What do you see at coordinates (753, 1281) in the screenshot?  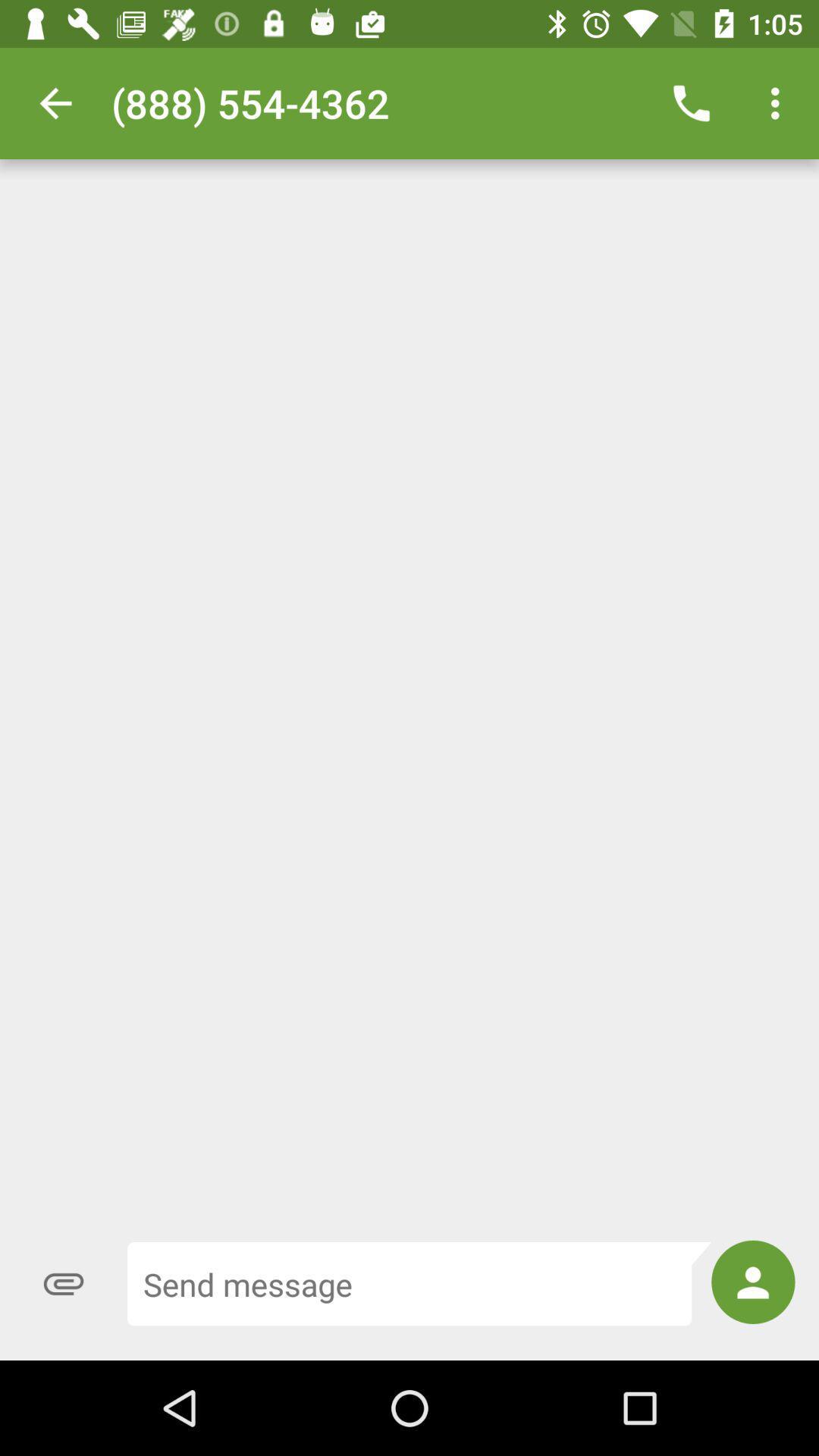 I see `the icon at the bottom right corner` at bounding box center [753, 1281].